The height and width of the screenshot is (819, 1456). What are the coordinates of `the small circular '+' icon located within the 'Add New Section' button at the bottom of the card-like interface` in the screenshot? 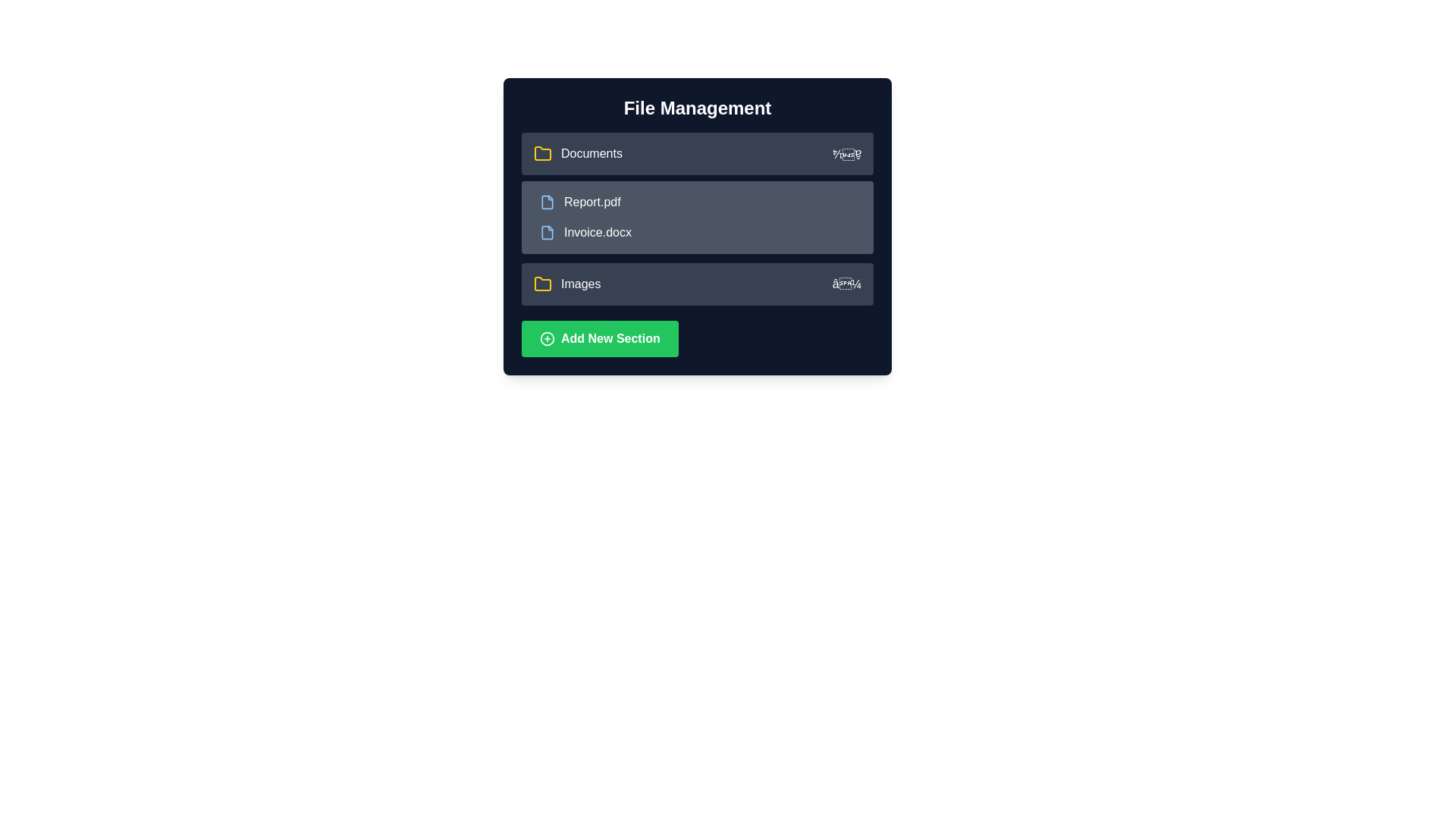 It's located at (546, 338).